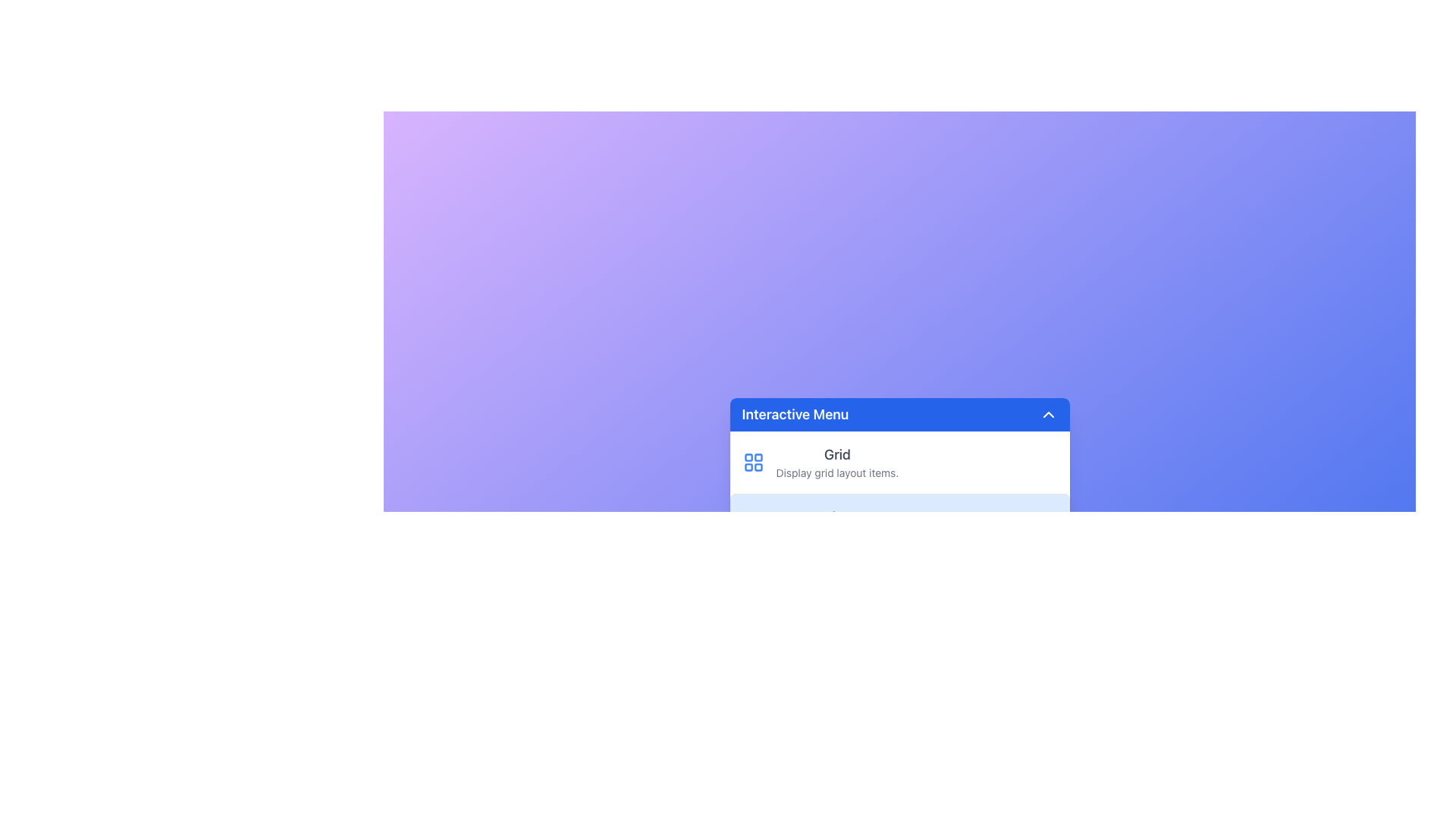 The height and width of the screenshot is (819, 1456). I want to click on the static label 'Interactive Menu' located in the top-left section of the header bar of the pop-up menu, so click(794, 415).